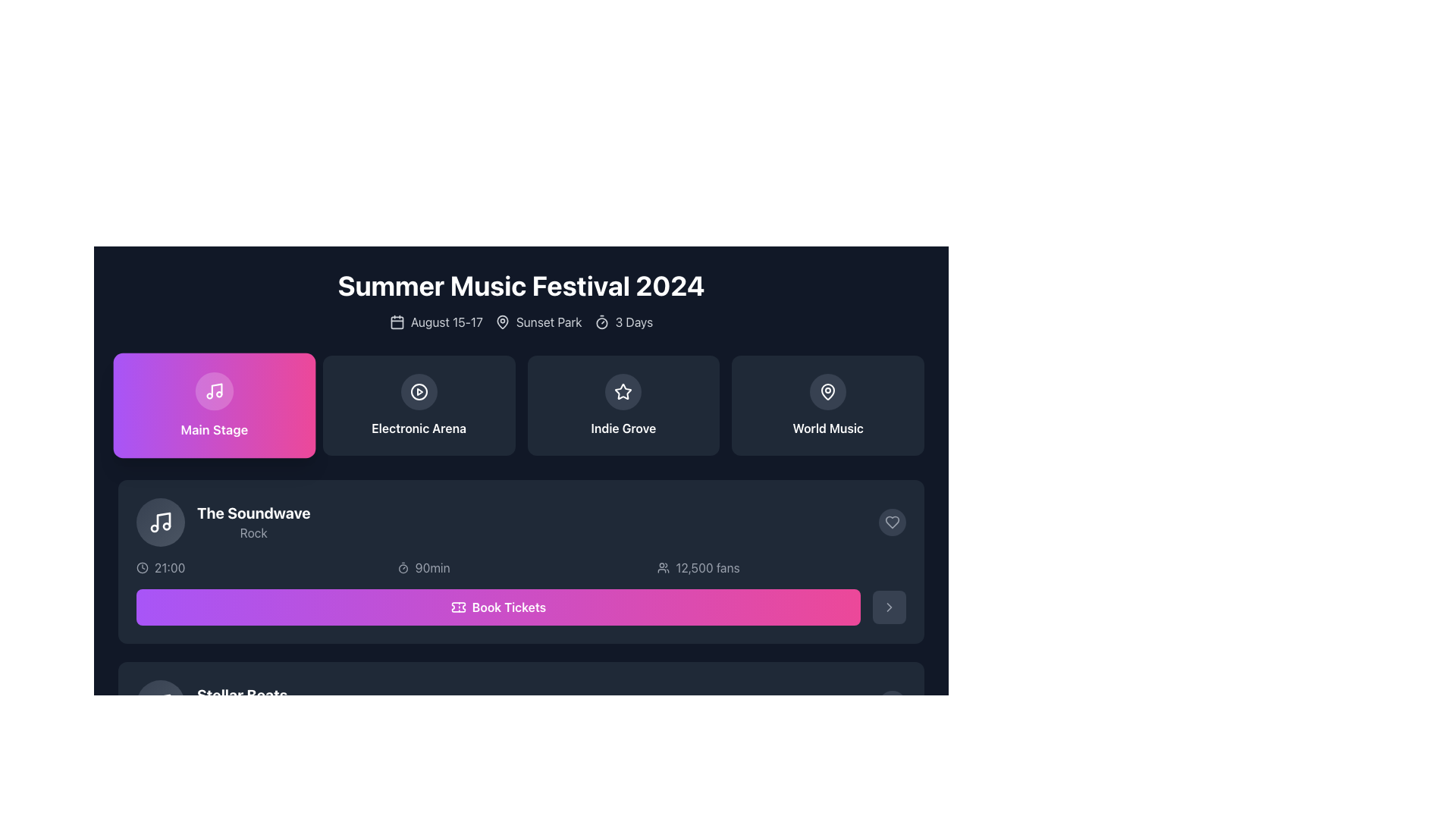  What do you see at coordinates (397, 321) in the screenshot?
I see `the calendar icon that represents the event's date range information 'August 15-17', located in the top section of the interface near the header 'Summer Music Festival 2024'` at bounding box center [397, 321].